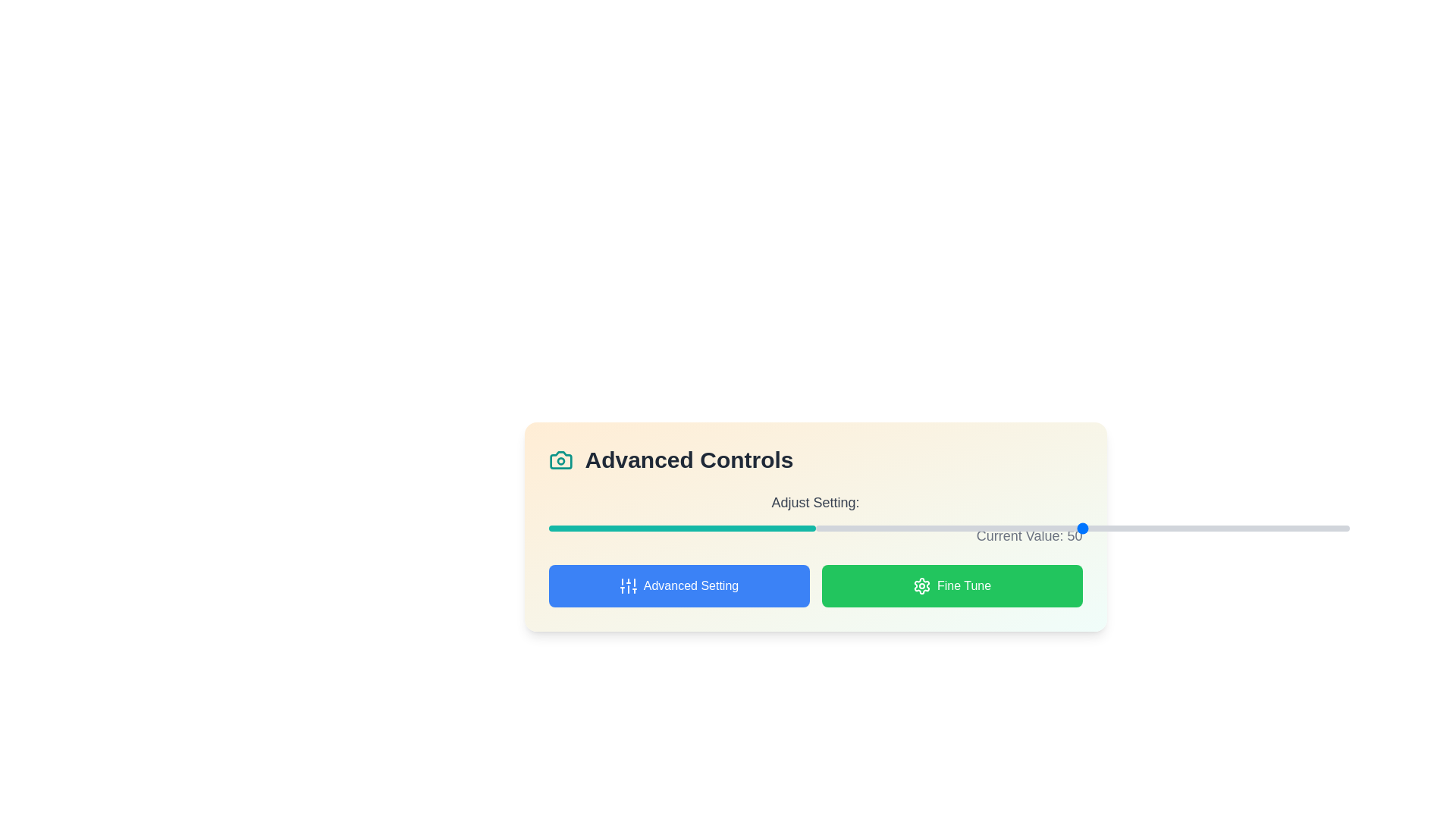 Image resolution: width=1456 pixels, height=819 pixels. What do you see at coordinates (569, 525) in the screenshot?
I see `the slider` at bounding box center [569, 525].